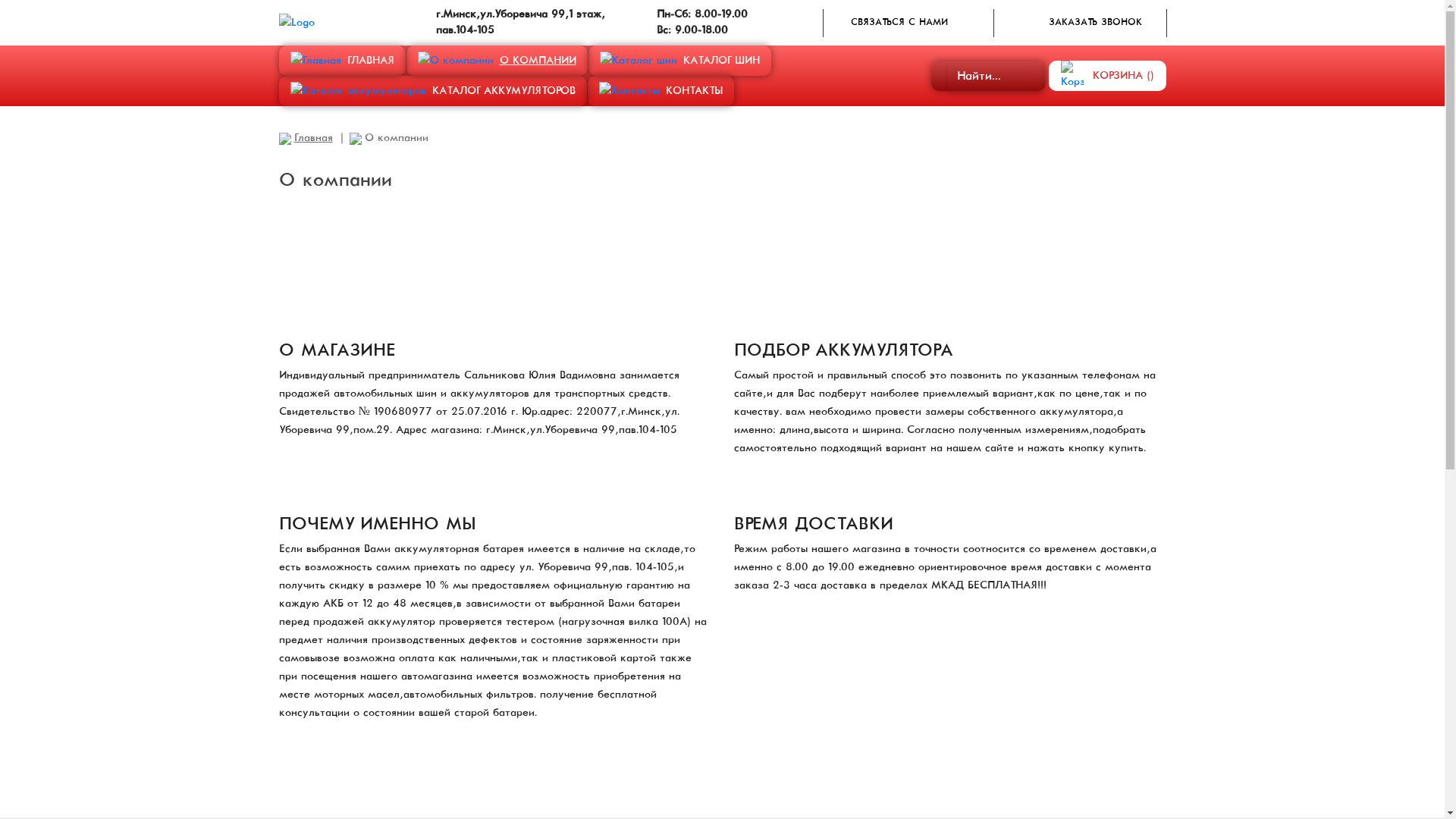 This screenshot has width=1456, height=819. Describe the element at coordinates (297, 23) in the screenshot. I see `'Logo'` at that location.